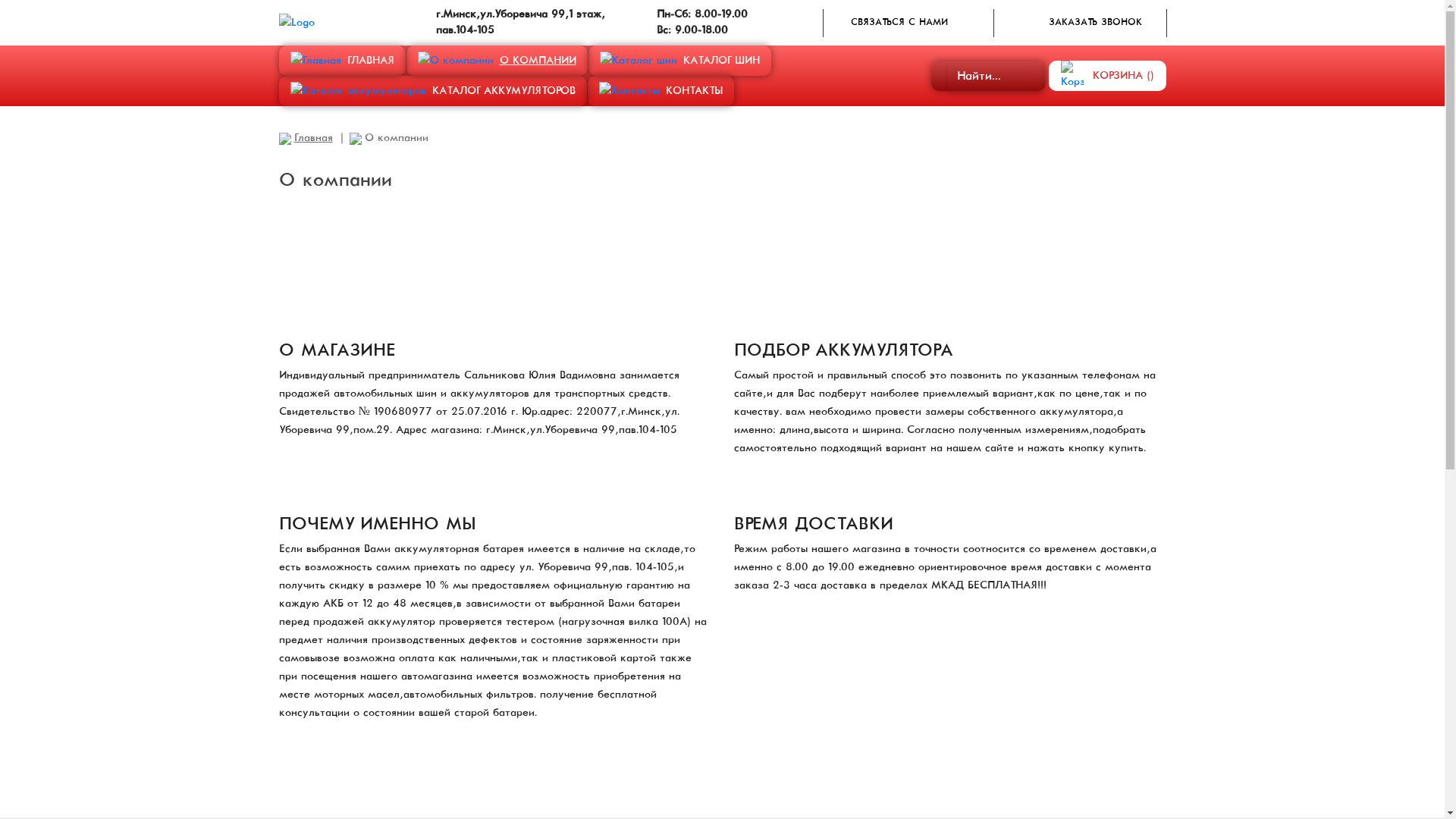 This screenshot has width=1456, height=819. Describe the element at coordinates (297, 23) in the screenshot. I see `'Logo'` at that location.